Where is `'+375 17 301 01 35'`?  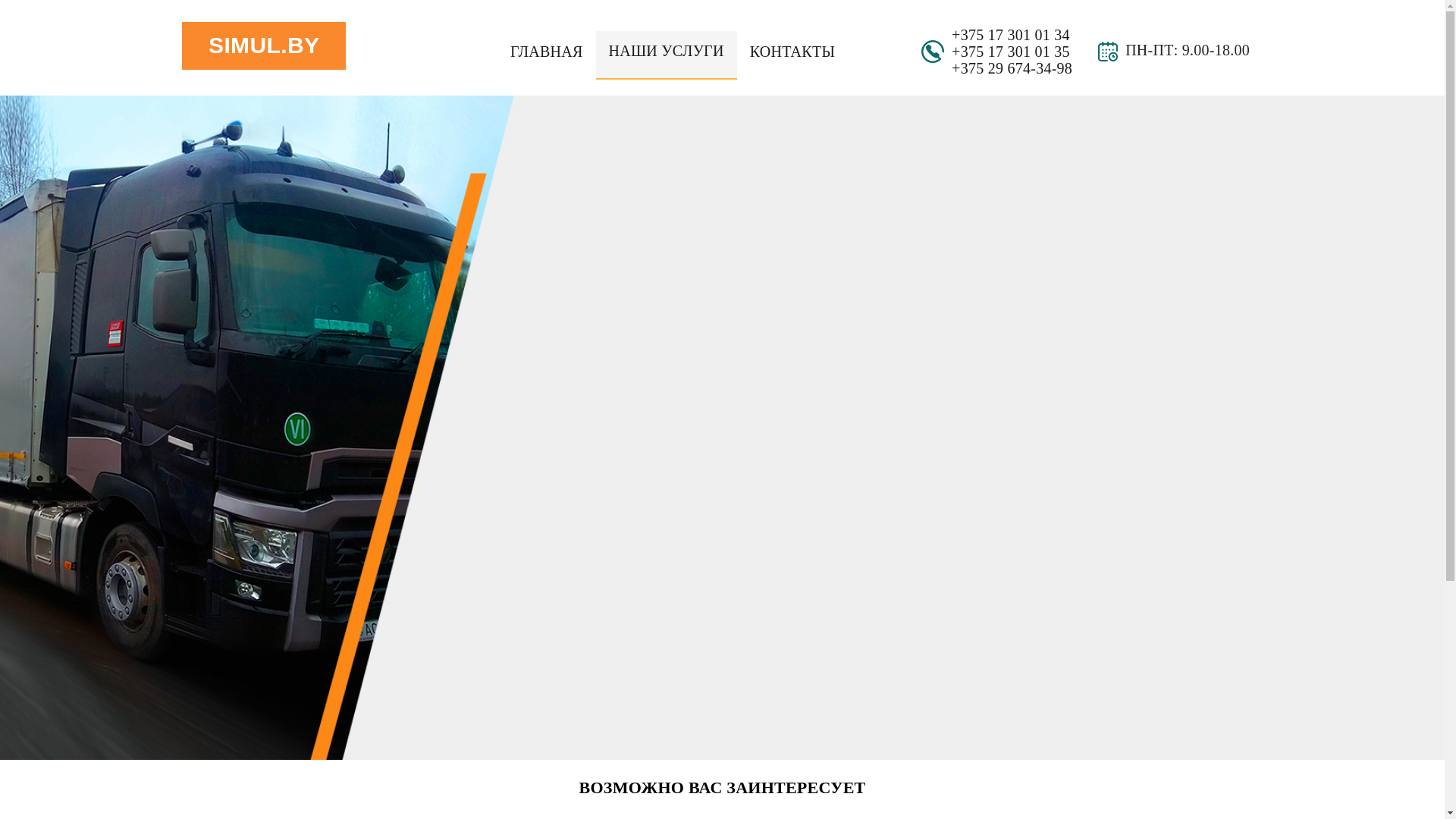
'+375 17 301 01 35' is located at coordinates (1011, 51).